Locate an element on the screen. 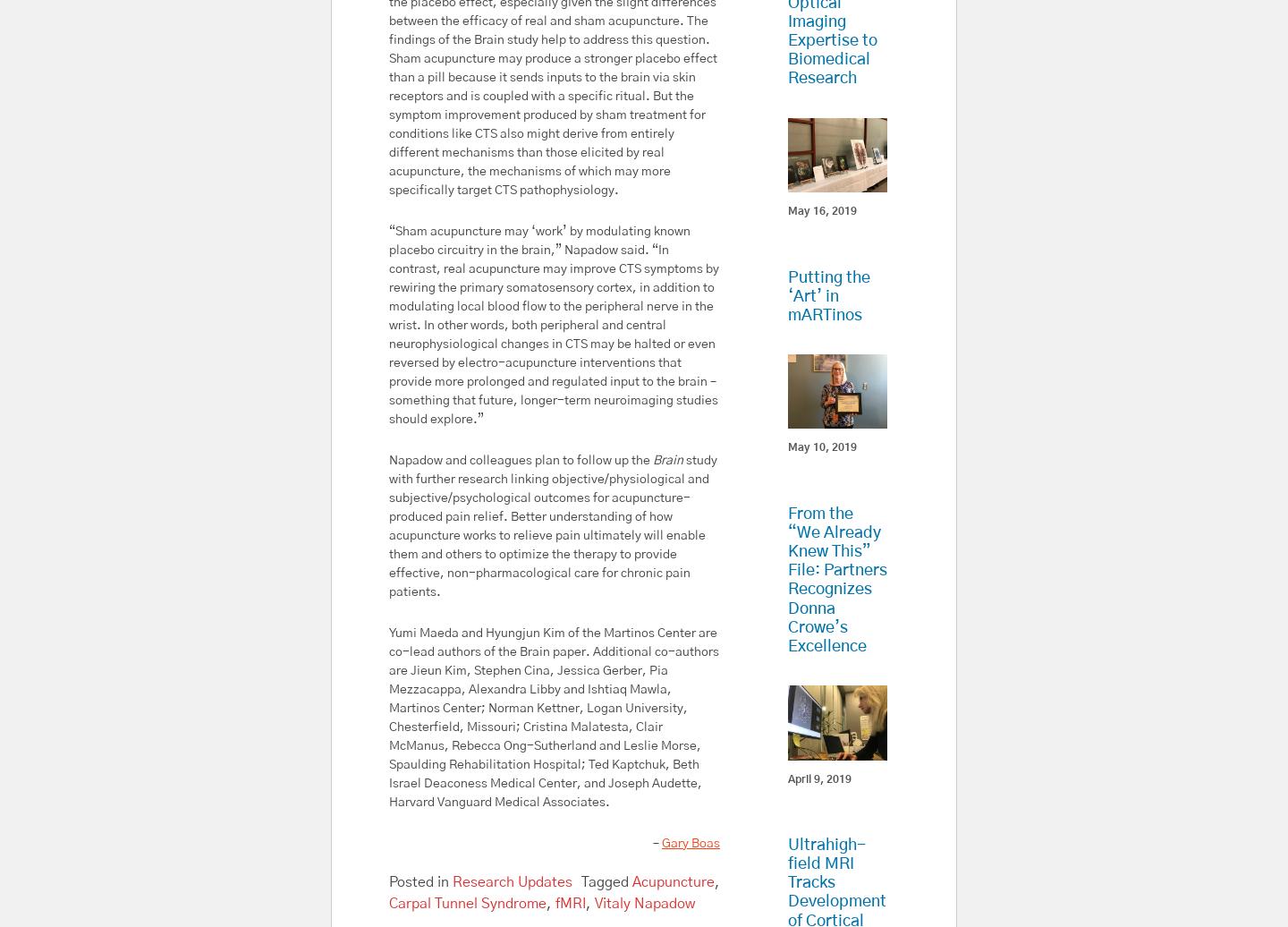 The height and width of the screenshot is (927, 1288). 'Putting the ‘Art’ in mARTinos' is located at coordinates (828, 296).